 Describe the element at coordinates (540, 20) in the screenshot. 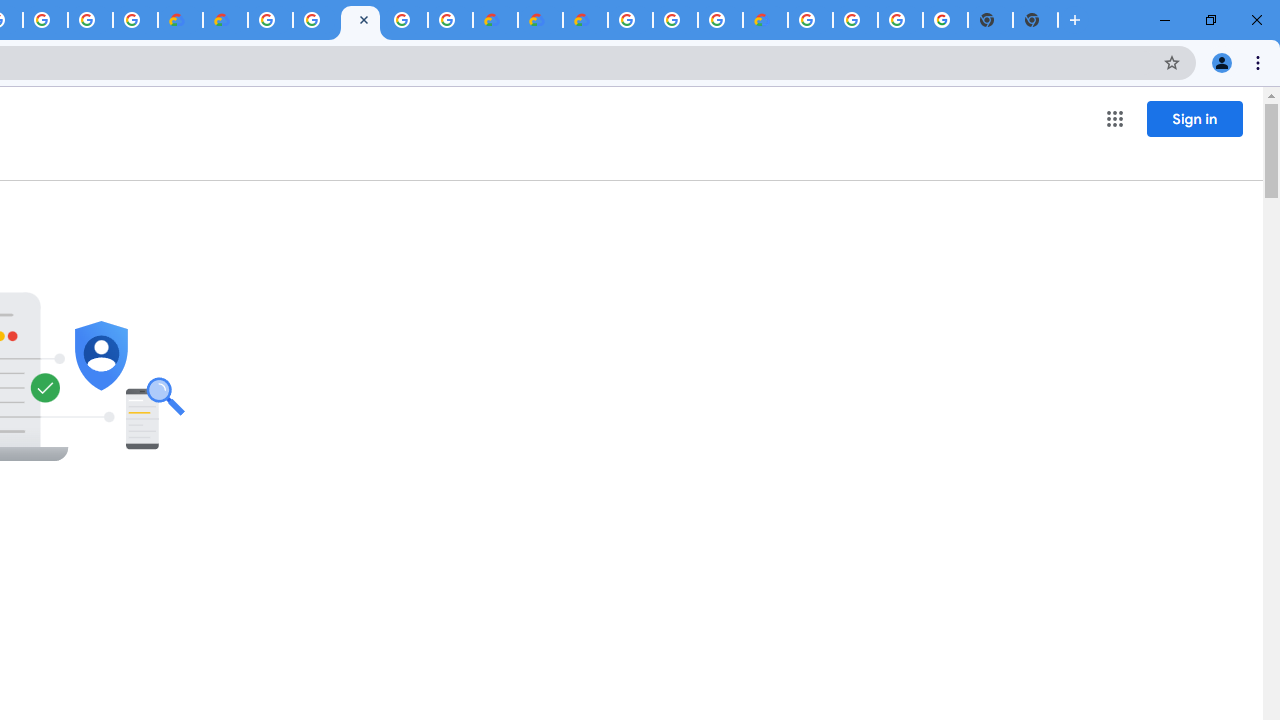

I see `'Google Cloud Pricing Calculator'` at that location.